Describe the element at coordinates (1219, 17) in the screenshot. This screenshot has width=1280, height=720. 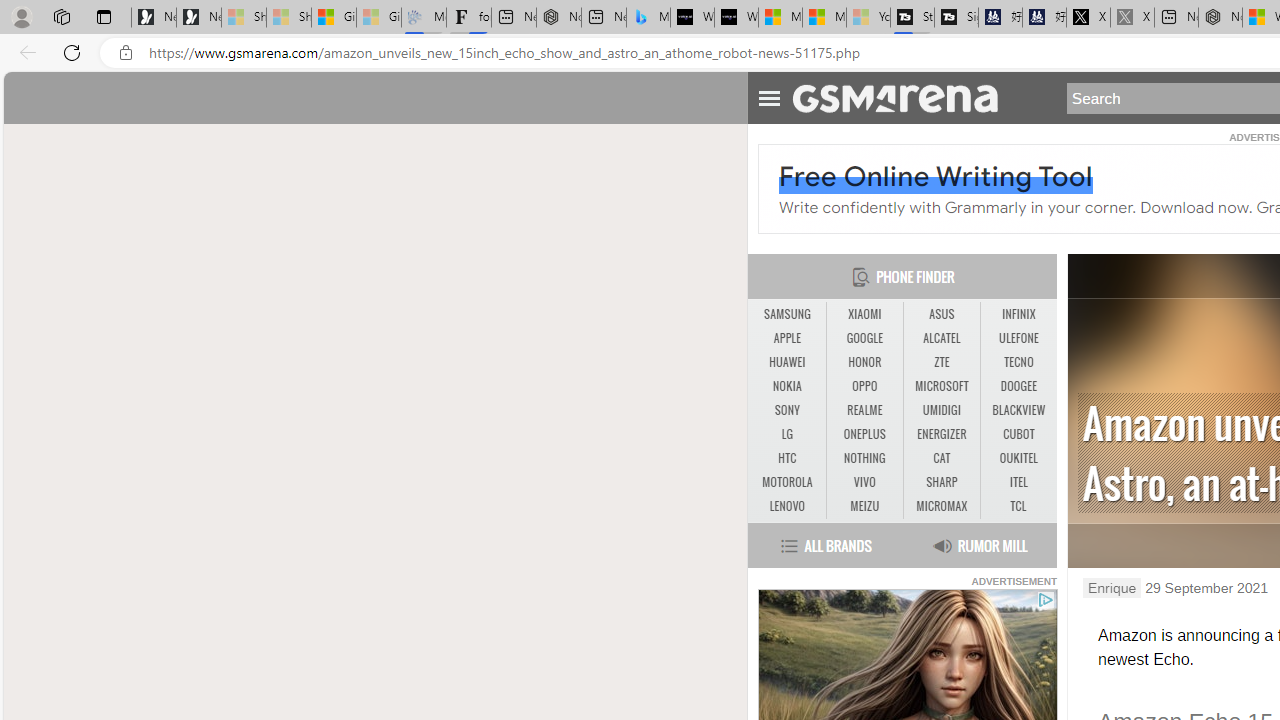
I see `'Nordace - My Account'` at that location.